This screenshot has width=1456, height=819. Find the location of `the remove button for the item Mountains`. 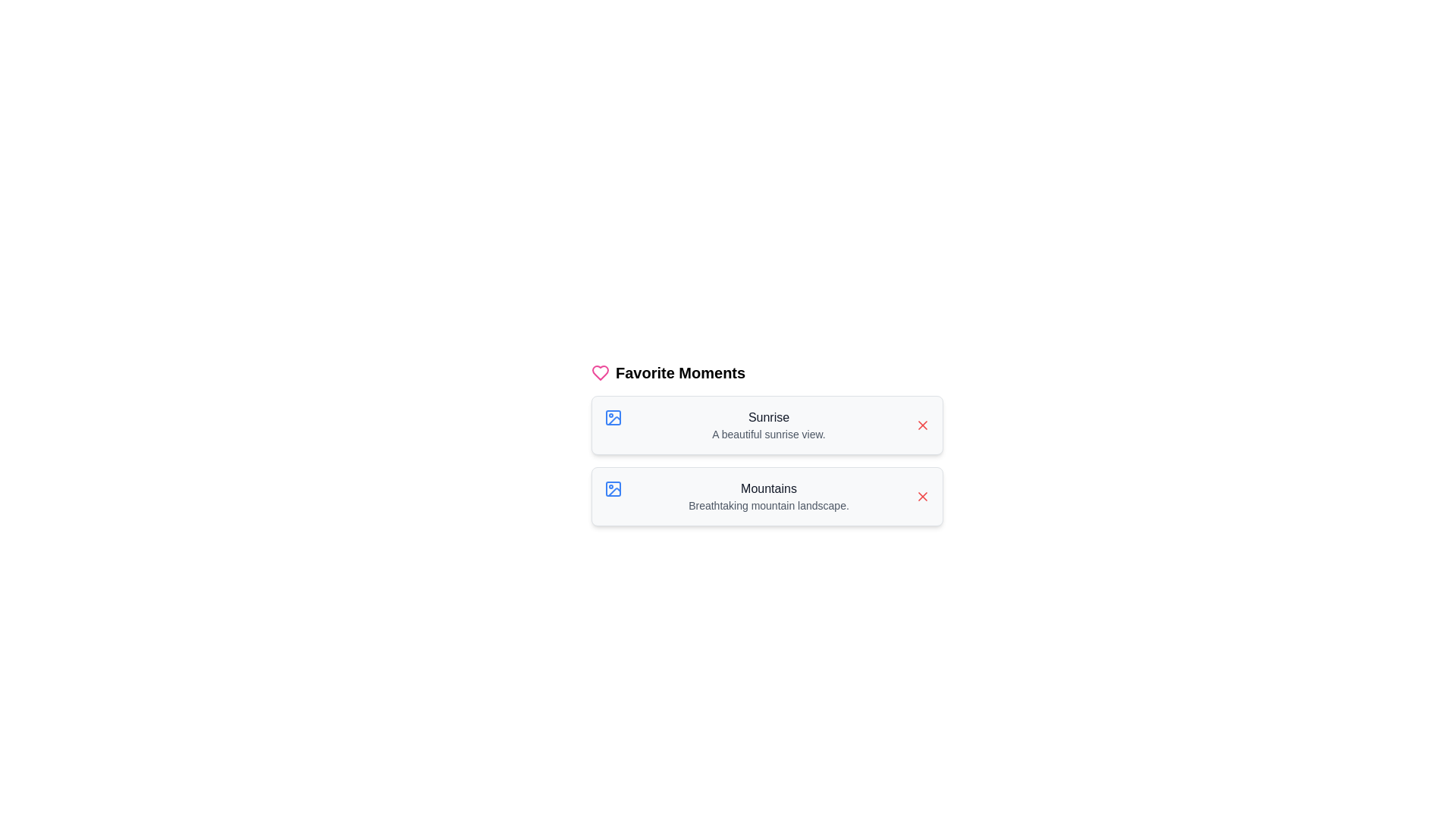

the remove button for the item Mountains is located at coordinates (922, 497).